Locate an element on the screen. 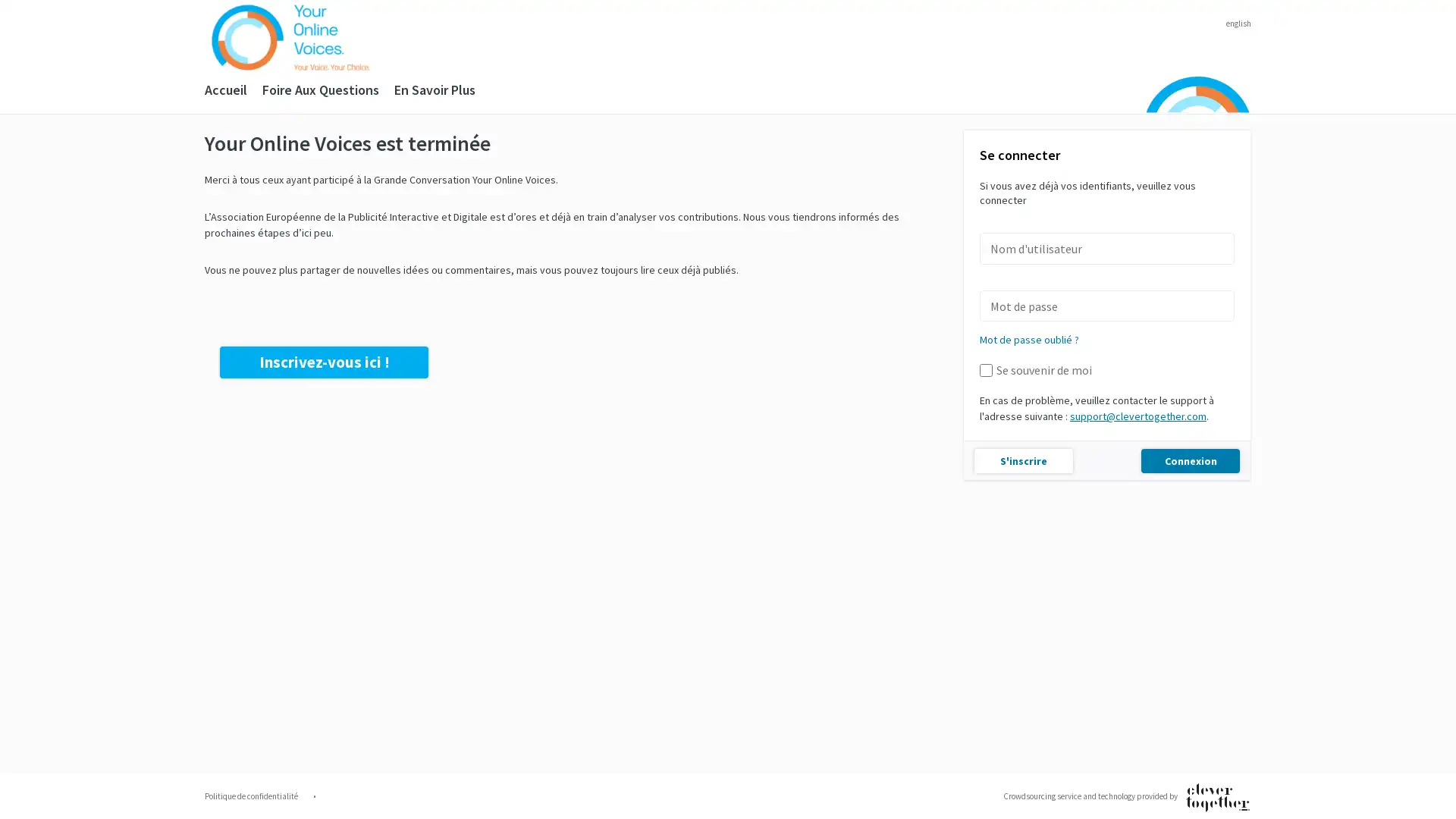 The width and height of the screenshot is (1456, 819). Connexion is located at coordinates (1189, 459).